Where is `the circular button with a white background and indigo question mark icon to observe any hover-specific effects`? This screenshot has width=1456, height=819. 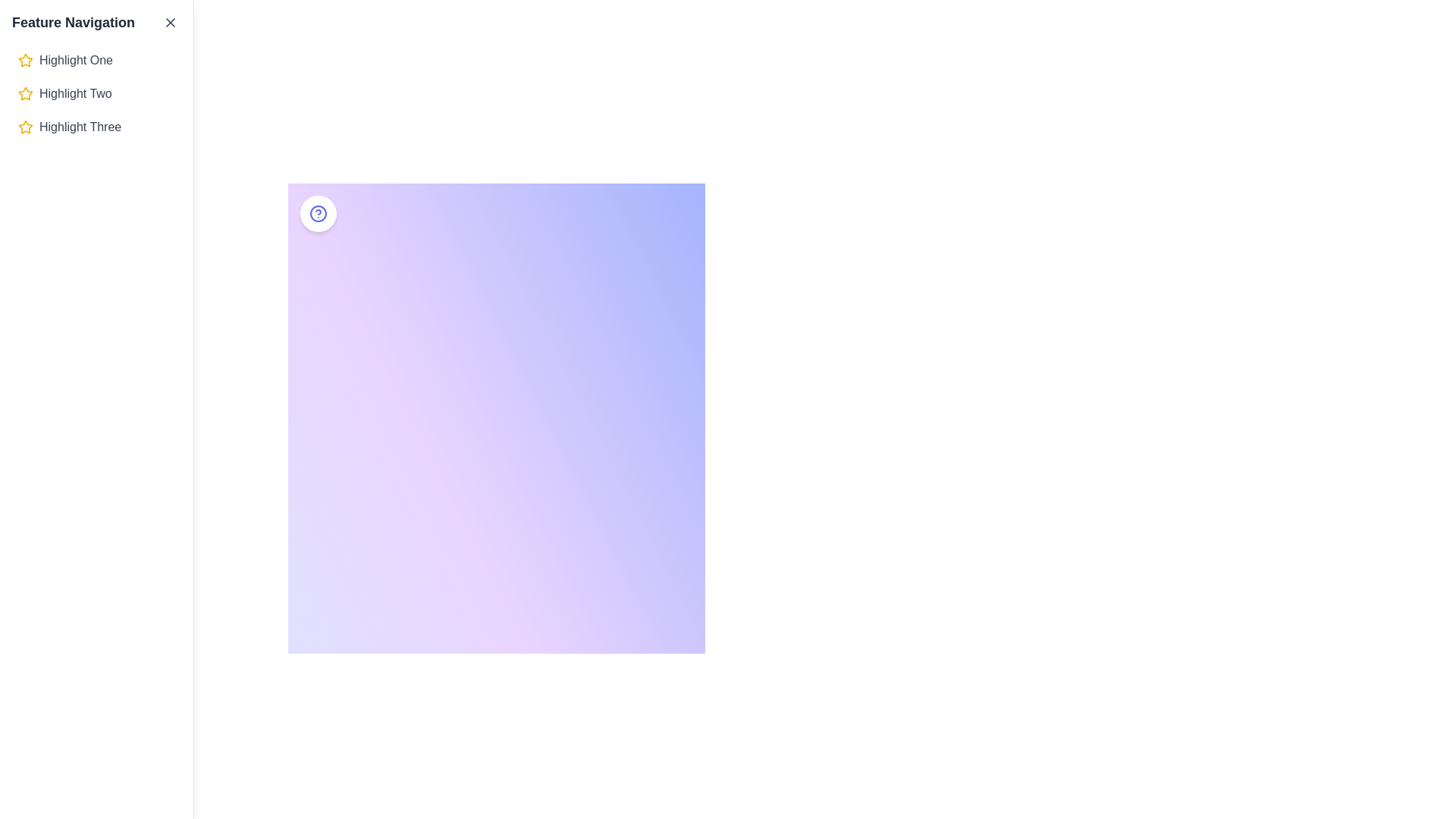
the circular button with a white background and indigo question mark icon to observe any hover-specific effects is located at coordinates (318, 213).